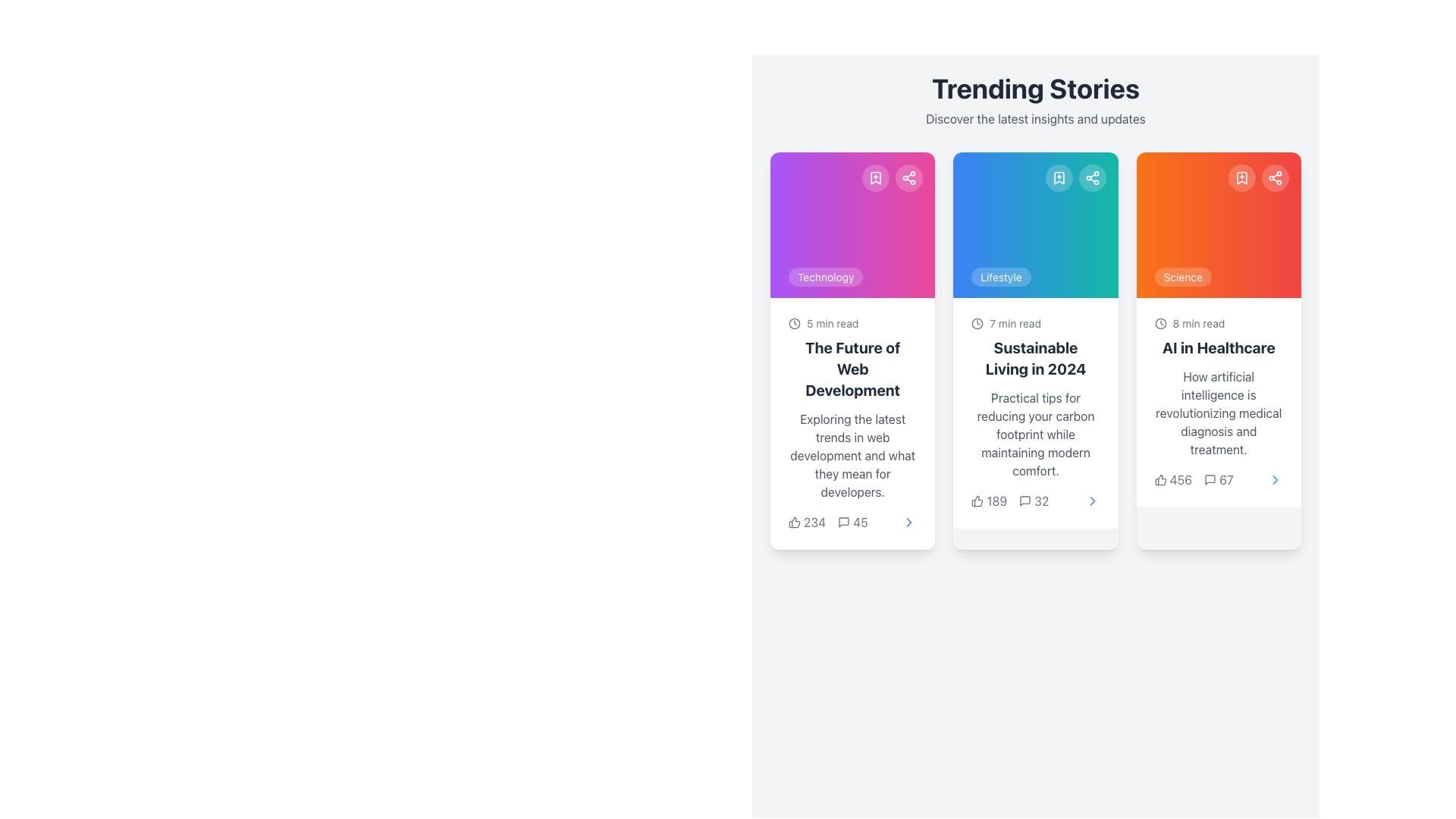 Image resolution: width=1456 pixels, height=819 pixels. I want to click on the text element displaying the number '189' in gray color, located adjacent to a thumbs-up icon in the second card of the grid layout, so click(996, 500).